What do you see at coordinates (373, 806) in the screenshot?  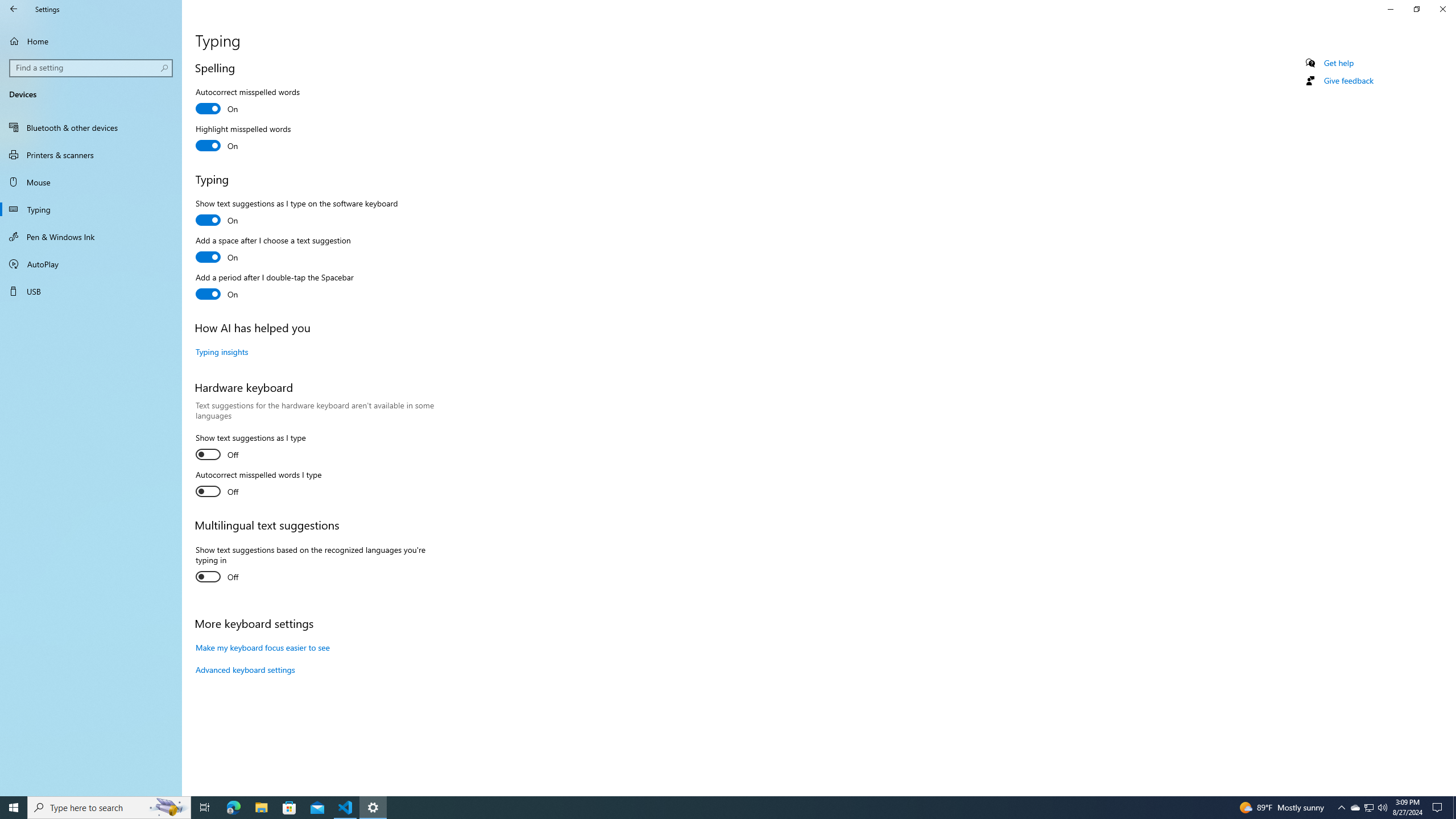 I see `'Settings - 1 running window'` at bounding box center [373, 806].